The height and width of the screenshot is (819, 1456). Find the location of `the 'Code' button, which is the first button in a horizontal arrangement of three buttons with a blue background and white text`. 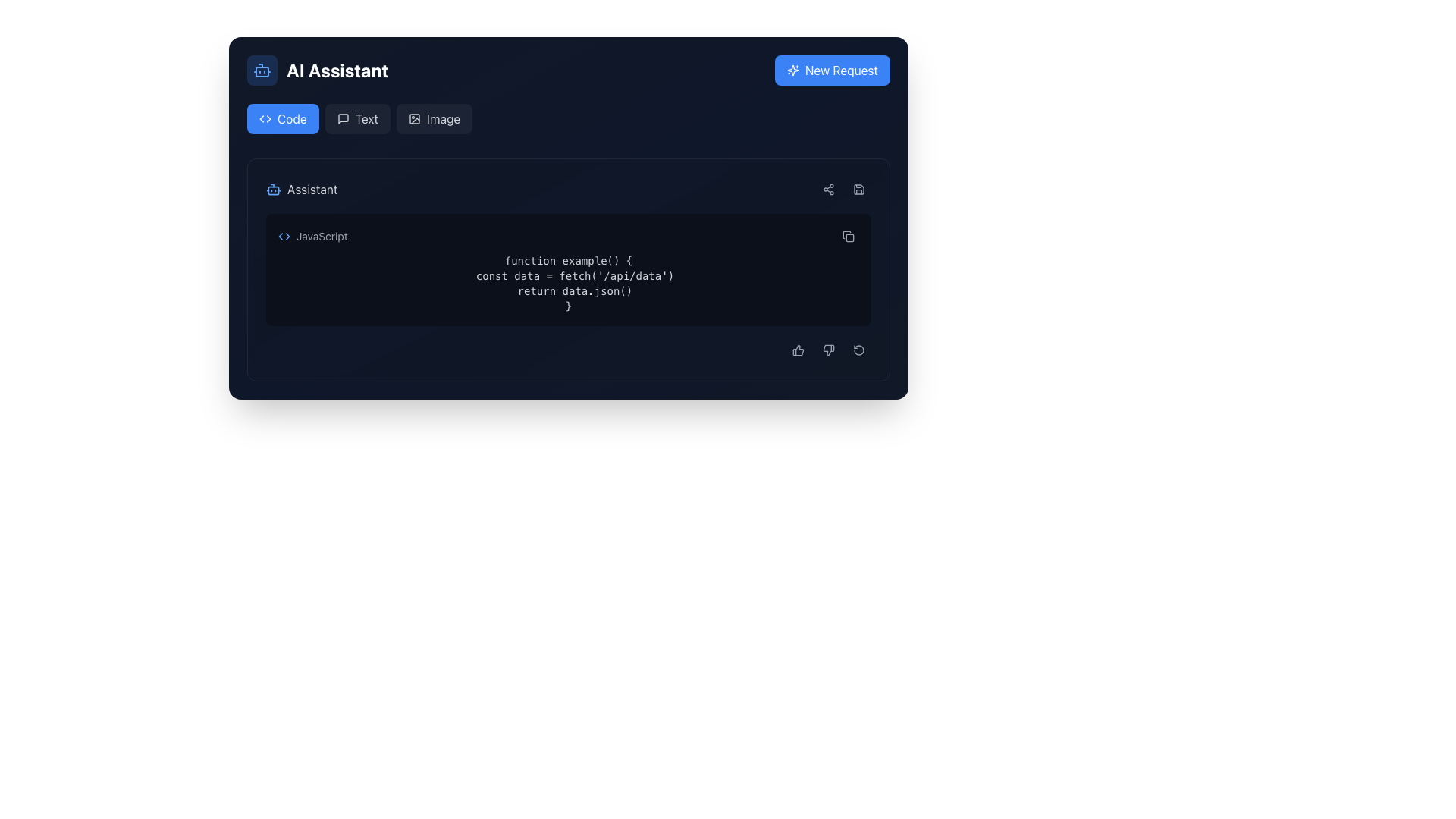

the 'Code' button, which is the first button in a horizontal arrangement of three buttons with a blue background and white text is located at coordinates (283, 118).